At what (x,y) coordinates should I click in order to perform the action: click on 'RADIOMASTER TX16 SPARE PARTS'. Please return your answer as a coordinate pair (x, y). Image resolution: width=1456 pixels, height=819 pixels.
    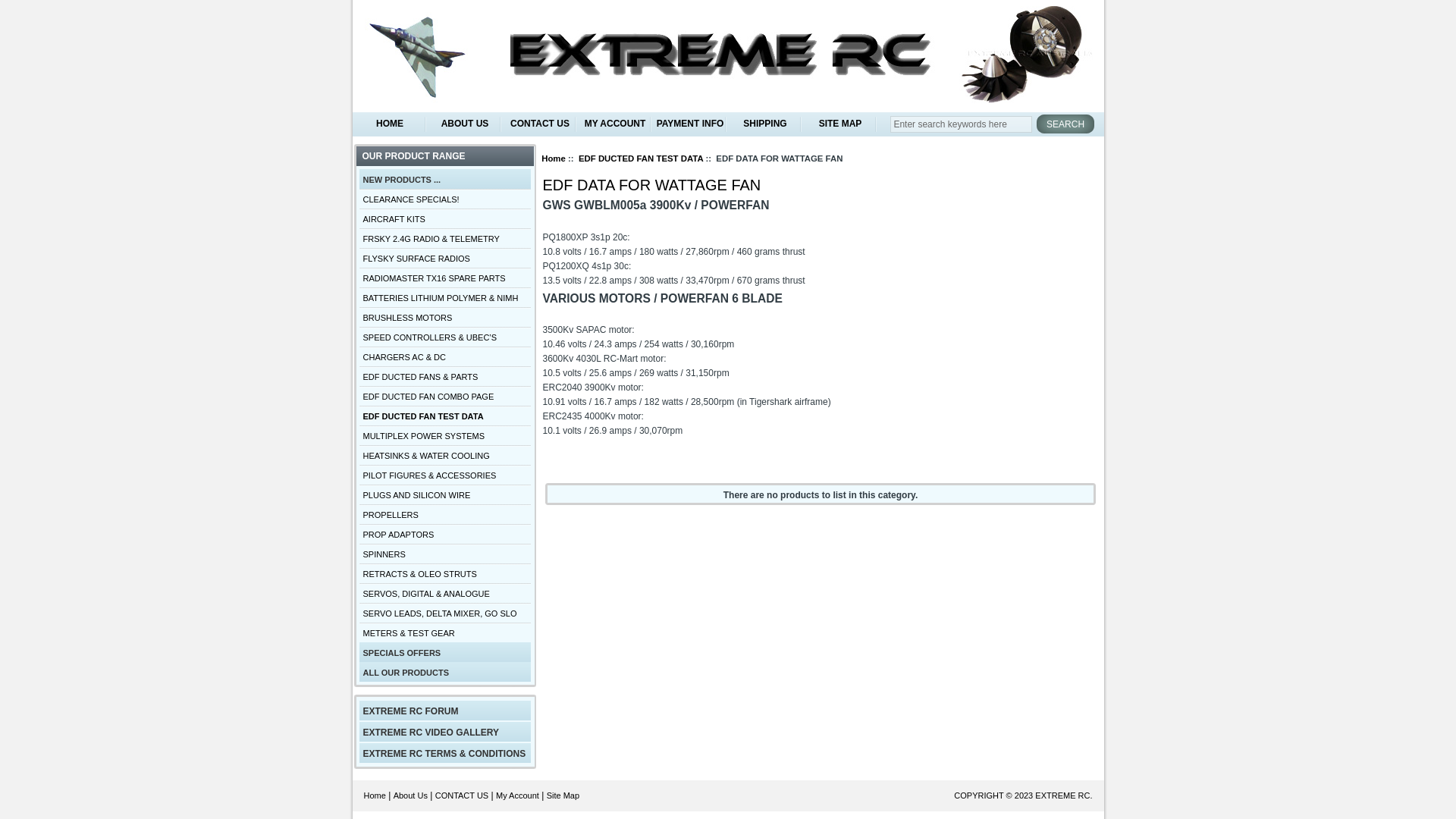
    Looking at the image, I should click on (444, 278).